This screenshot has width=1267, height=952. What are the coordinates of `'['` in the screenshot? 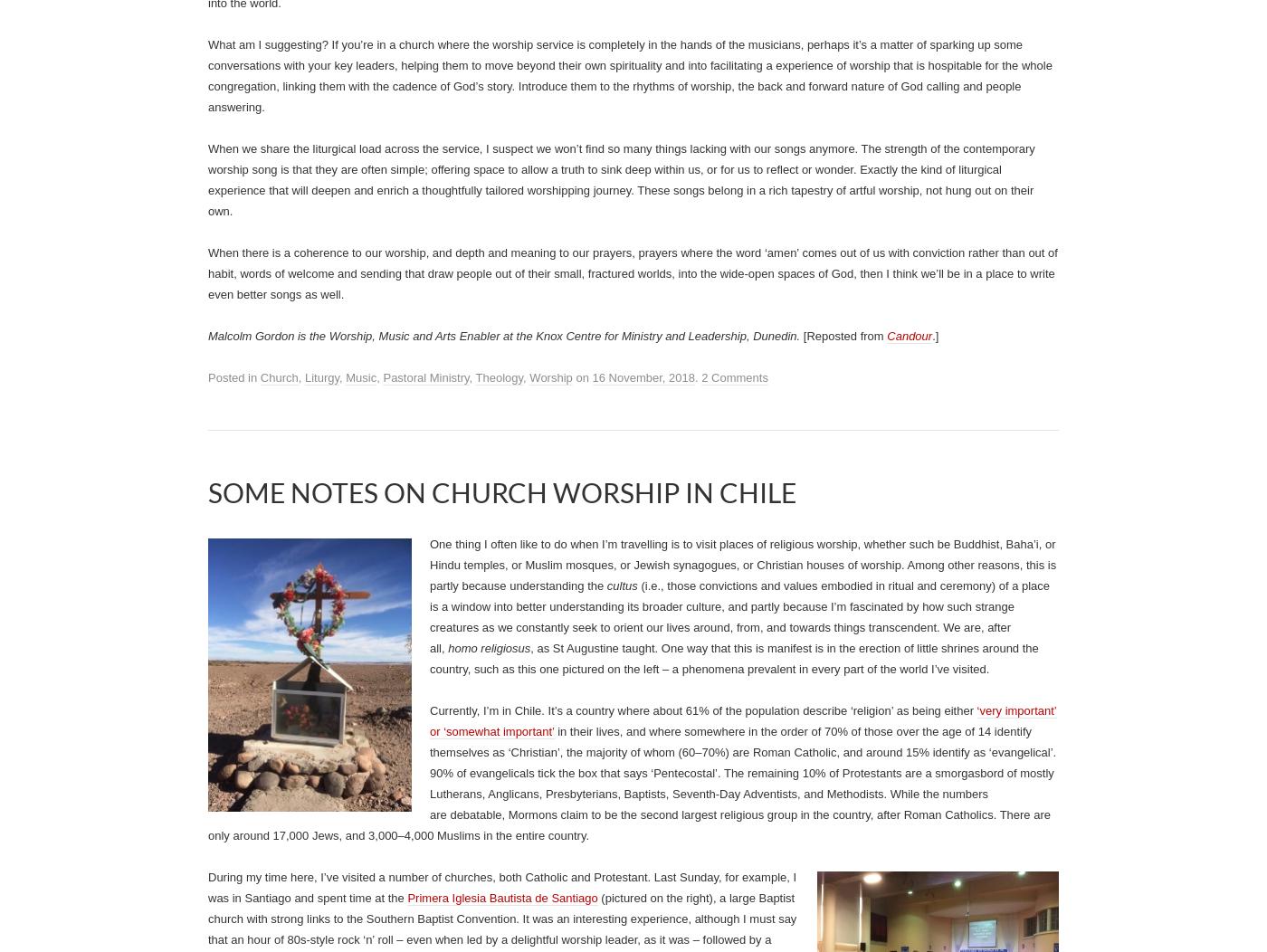 It's located at (805, 336).